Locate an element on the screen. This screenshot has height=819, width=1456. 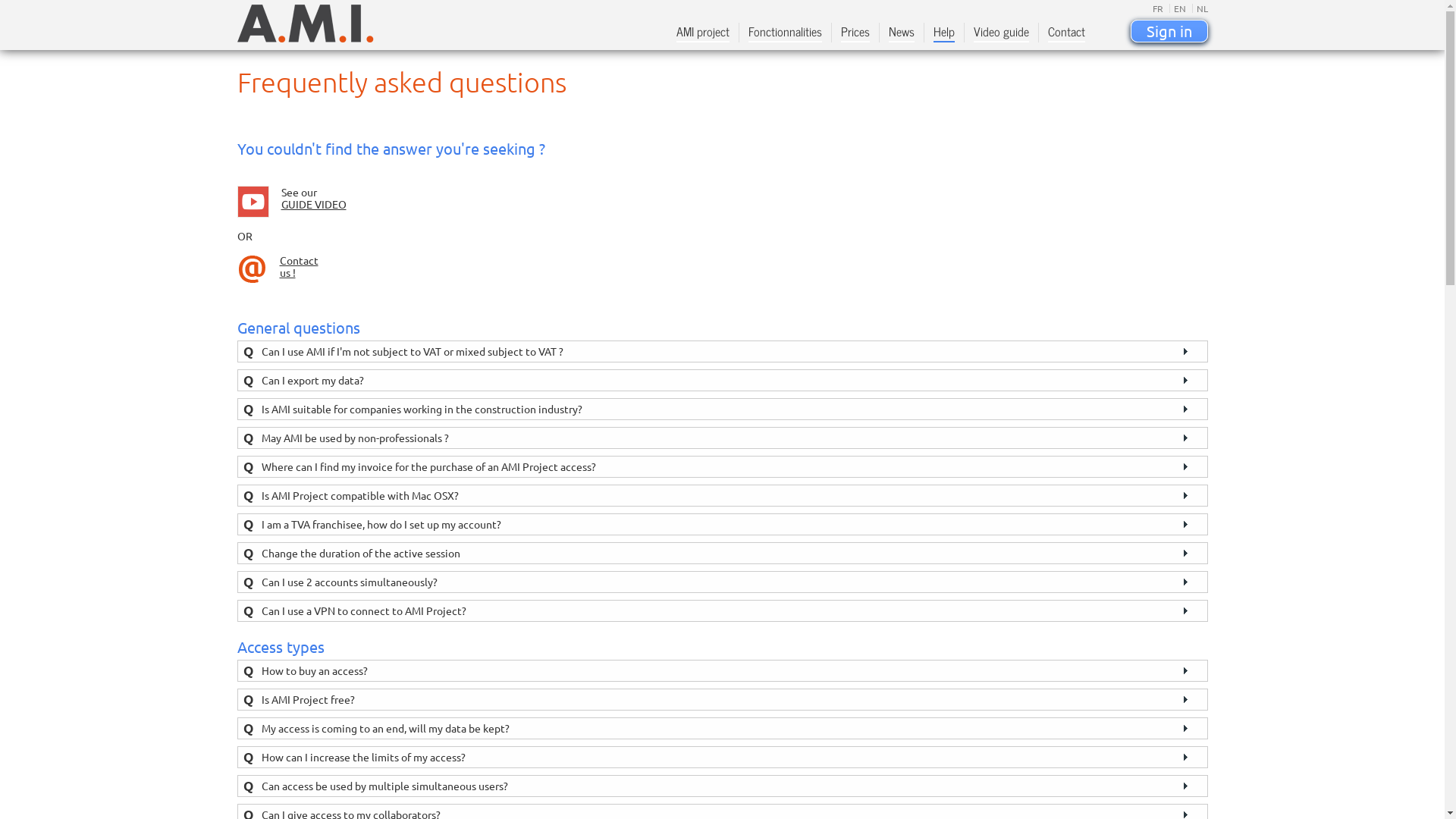
'Q Is AMI Project free?' is located at coordinates (720, 699).